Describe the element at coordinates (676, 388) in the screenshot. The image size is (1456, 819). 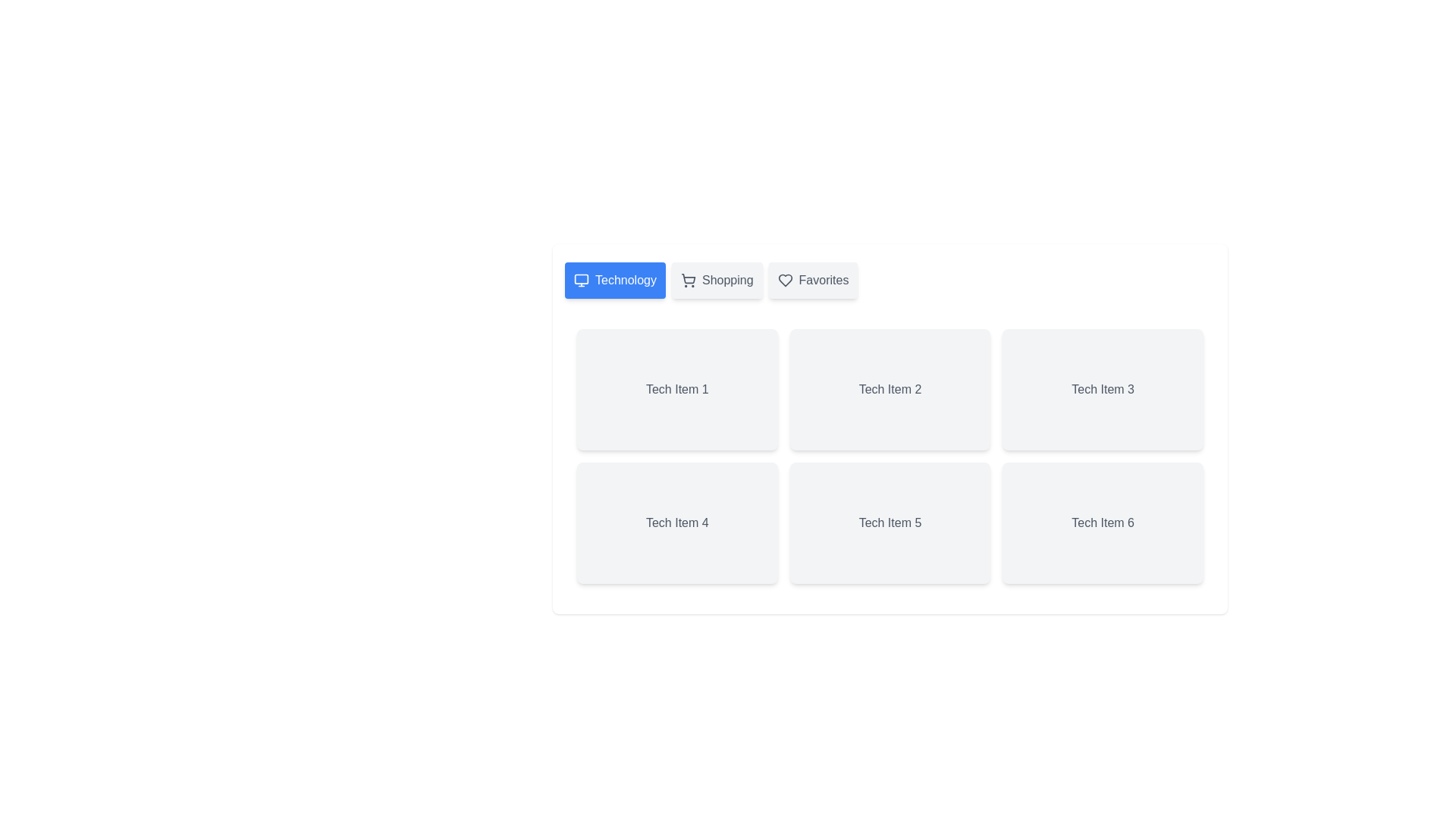
I see `the text 'Tech Item 1' to select it` at that location.